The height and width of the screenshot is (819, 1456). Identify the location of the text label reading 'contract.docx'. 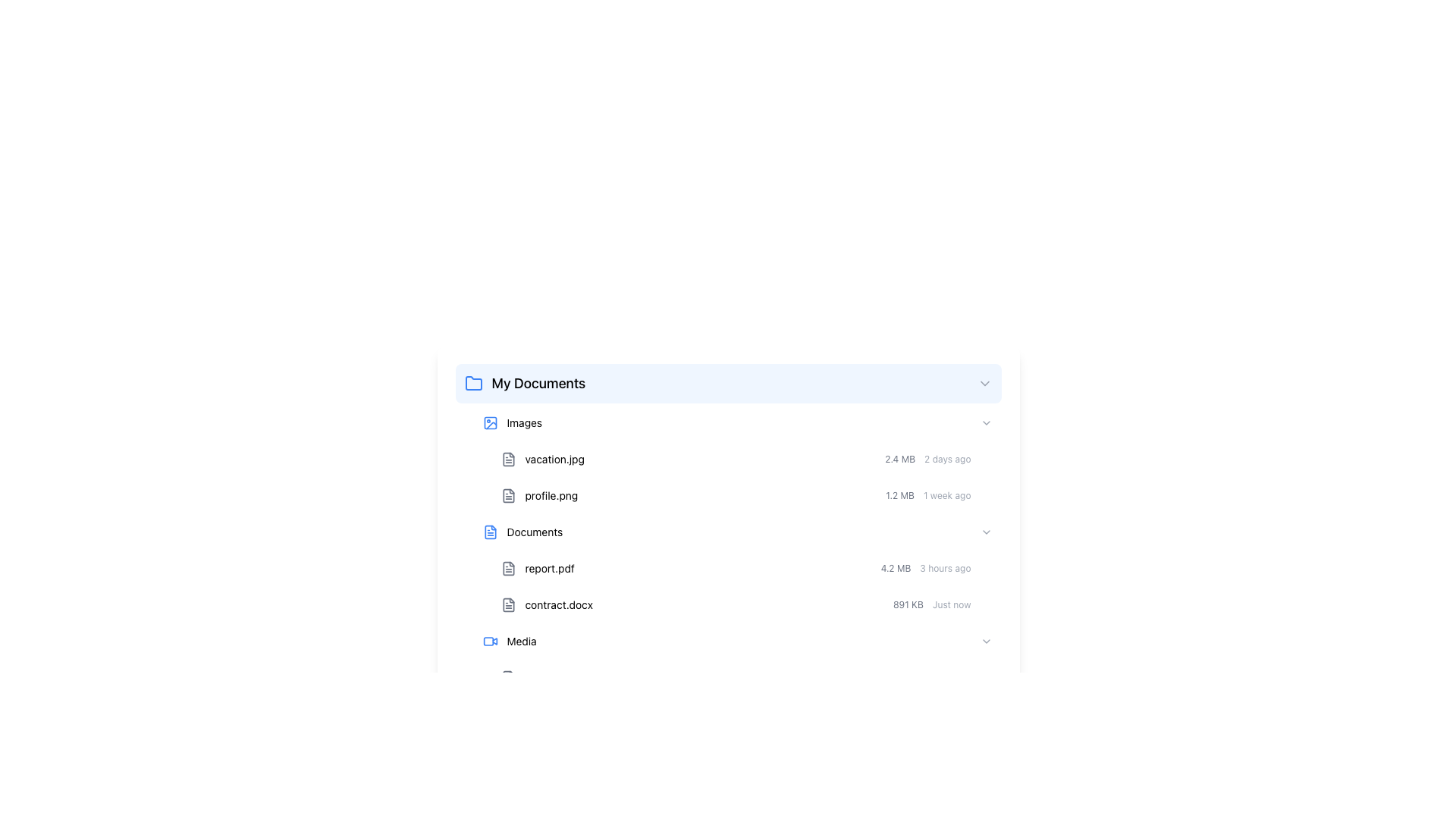
(558, 604).